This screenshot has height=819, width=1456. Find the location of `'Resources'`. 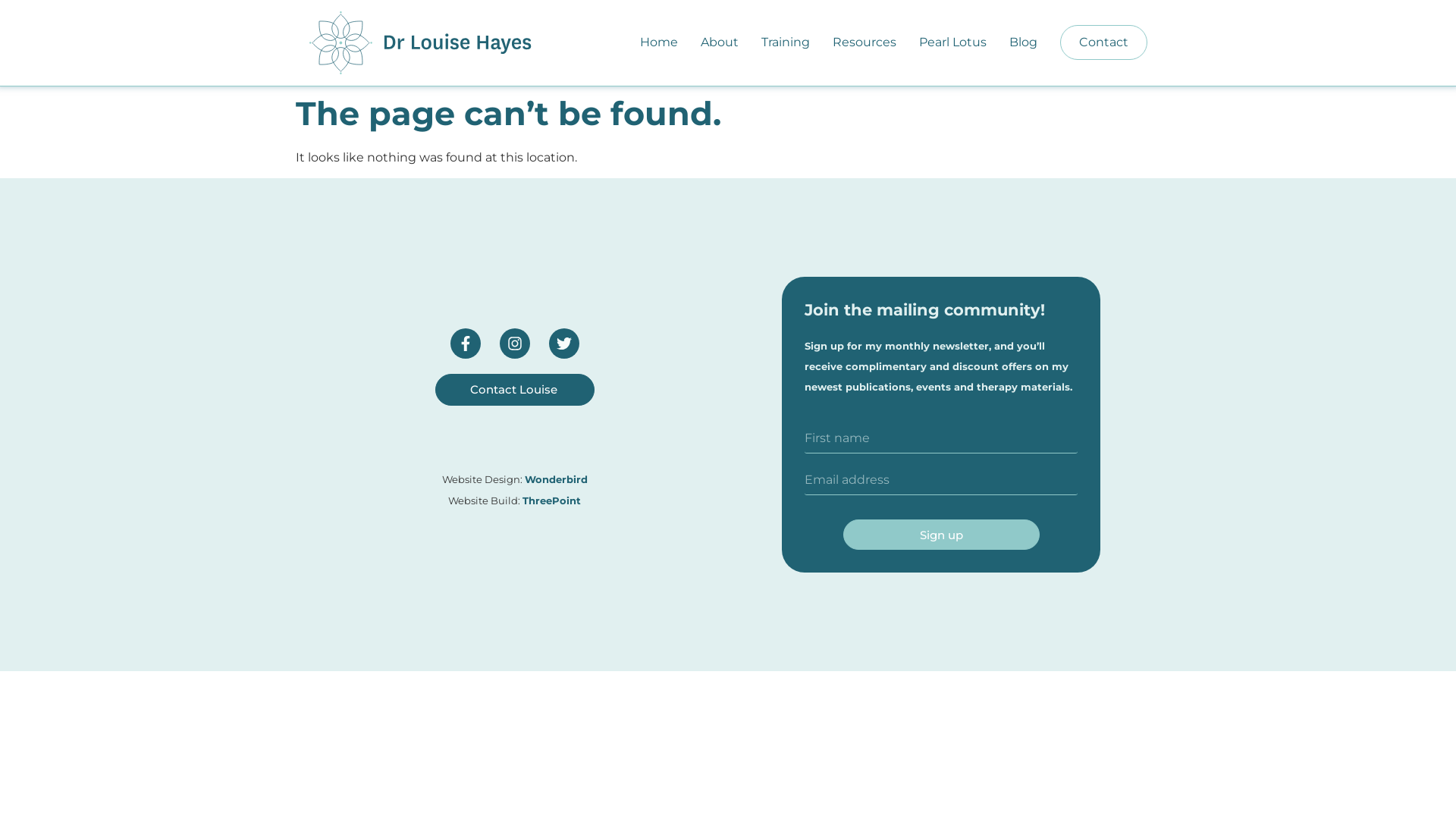

'Resources' is located at coordinates (832, 42).